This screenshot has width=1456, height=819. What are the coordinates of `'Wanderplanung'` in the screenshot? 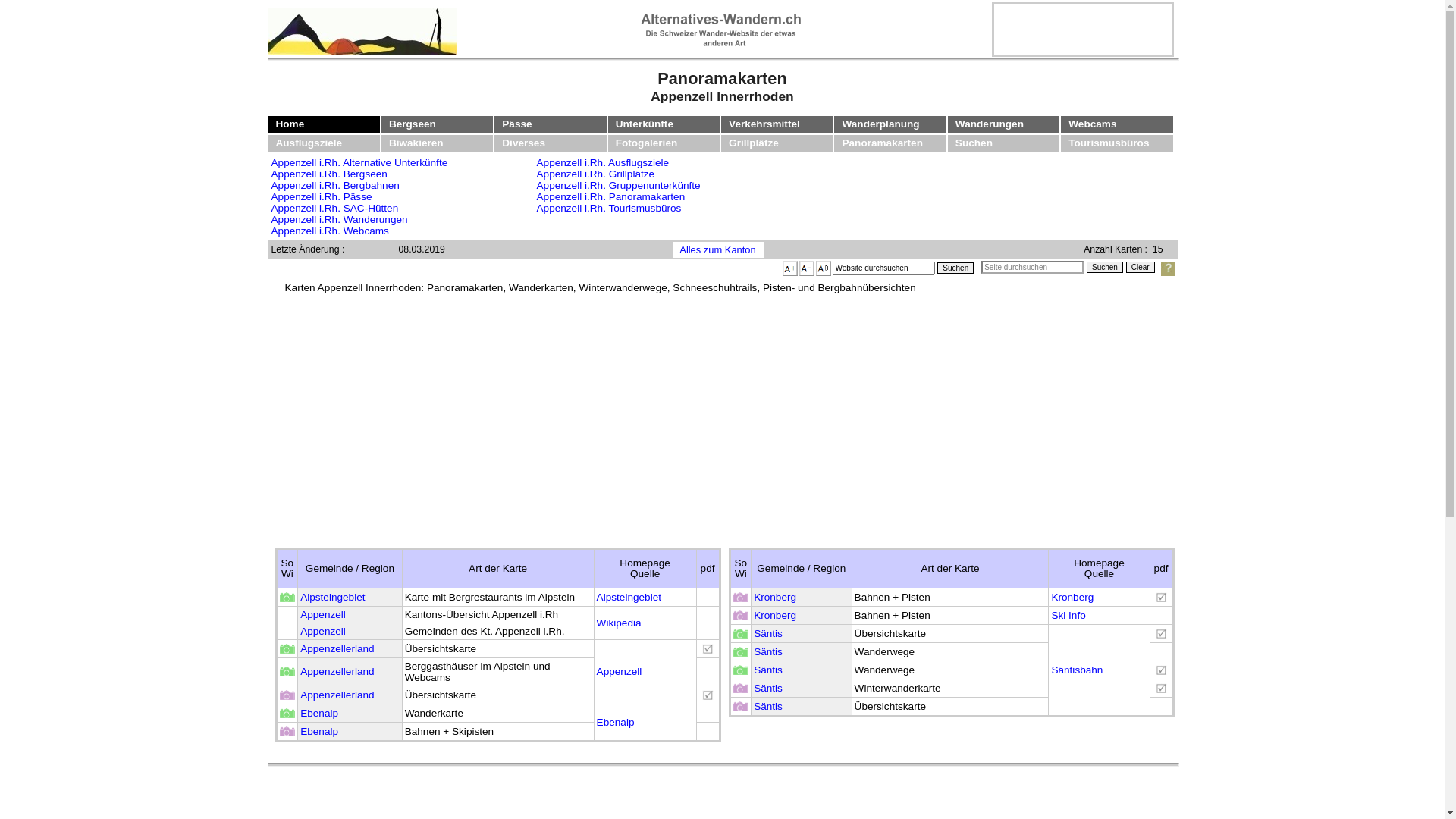 It's located at (880, 123).